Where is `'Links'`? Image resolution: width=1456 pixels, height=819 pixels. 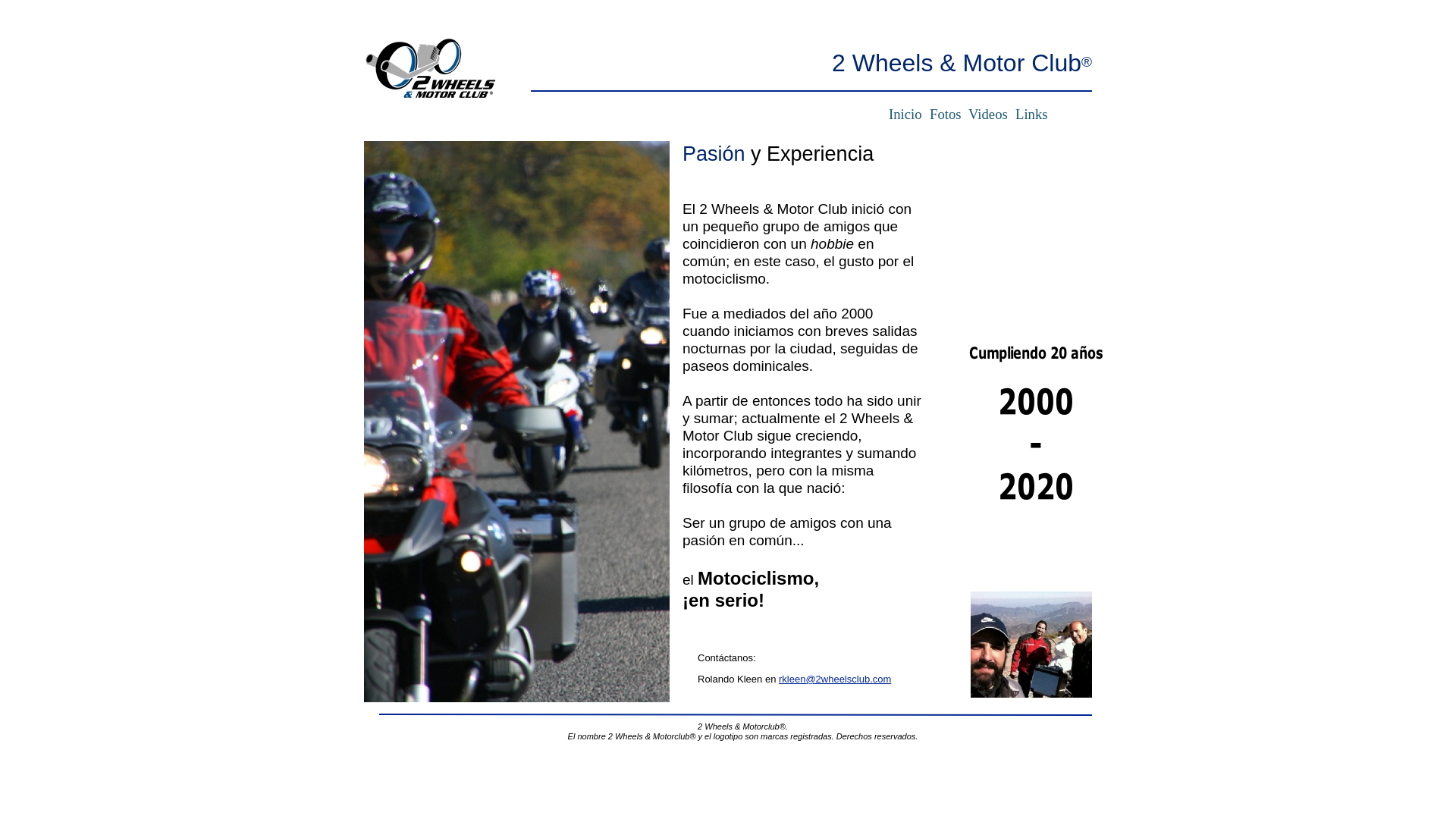 'Links' is located at coordinates (1031, 113).